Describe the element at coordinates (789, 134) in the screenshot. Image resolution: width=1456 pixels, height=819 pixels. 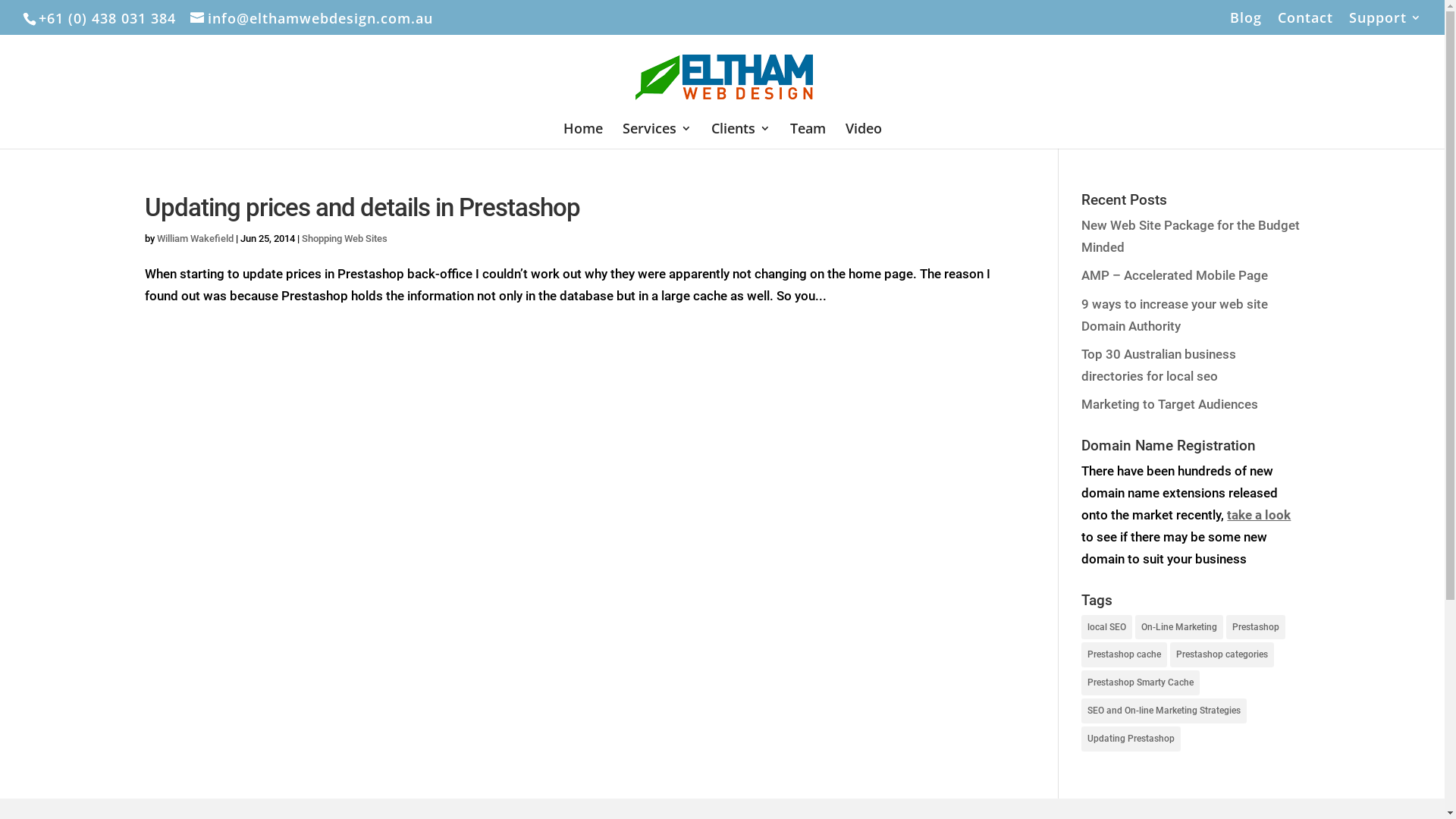
I see `'Team'` at that location.